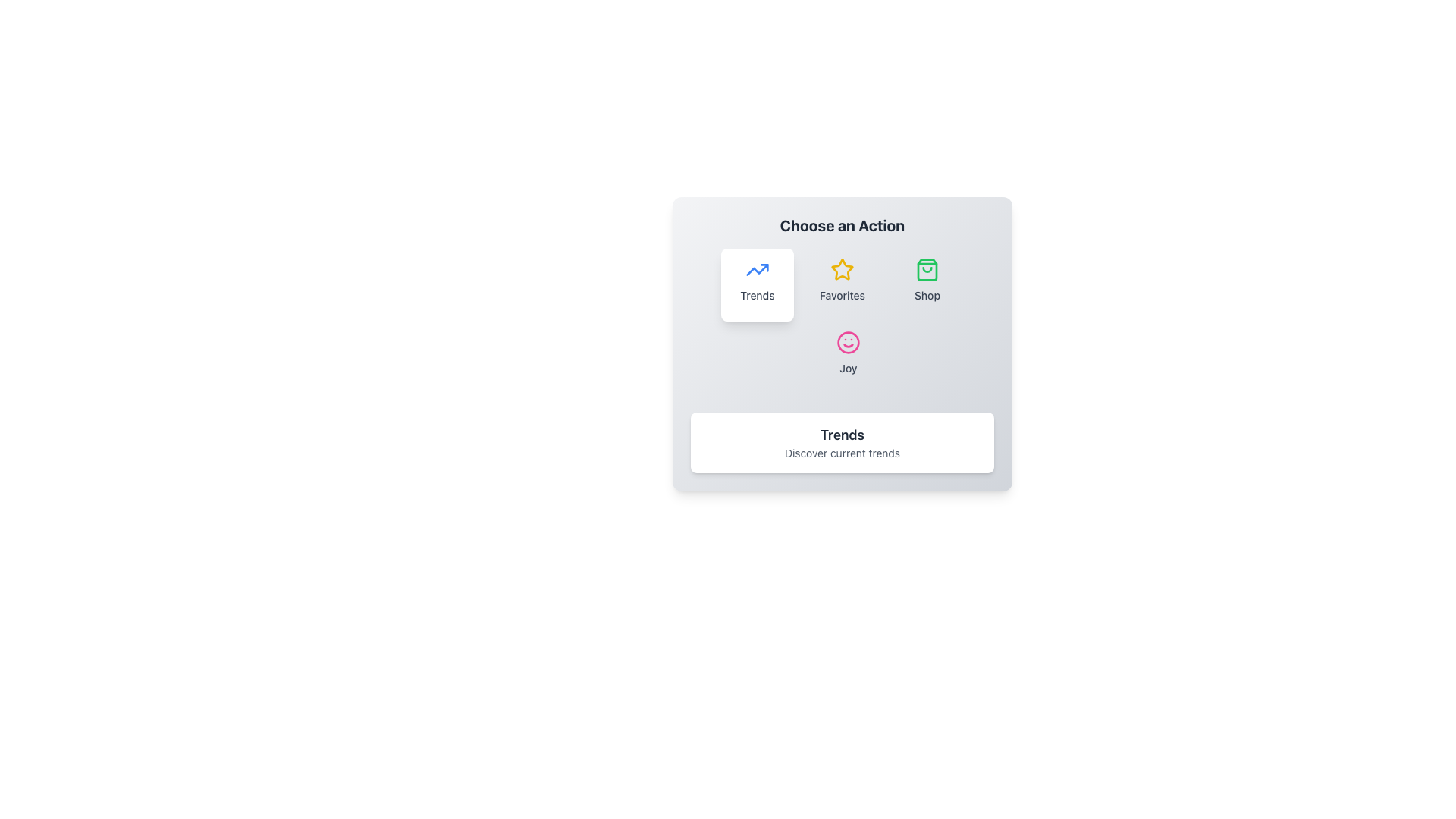 The height and width of the screenshot is (819, 1456). Describe the element at coordinates (757, 295) in the screenshot. I see `the text label at the bottom of the square tile that indicates 'Trends', which is associated with the upward trending arrow icon above it` at that location.